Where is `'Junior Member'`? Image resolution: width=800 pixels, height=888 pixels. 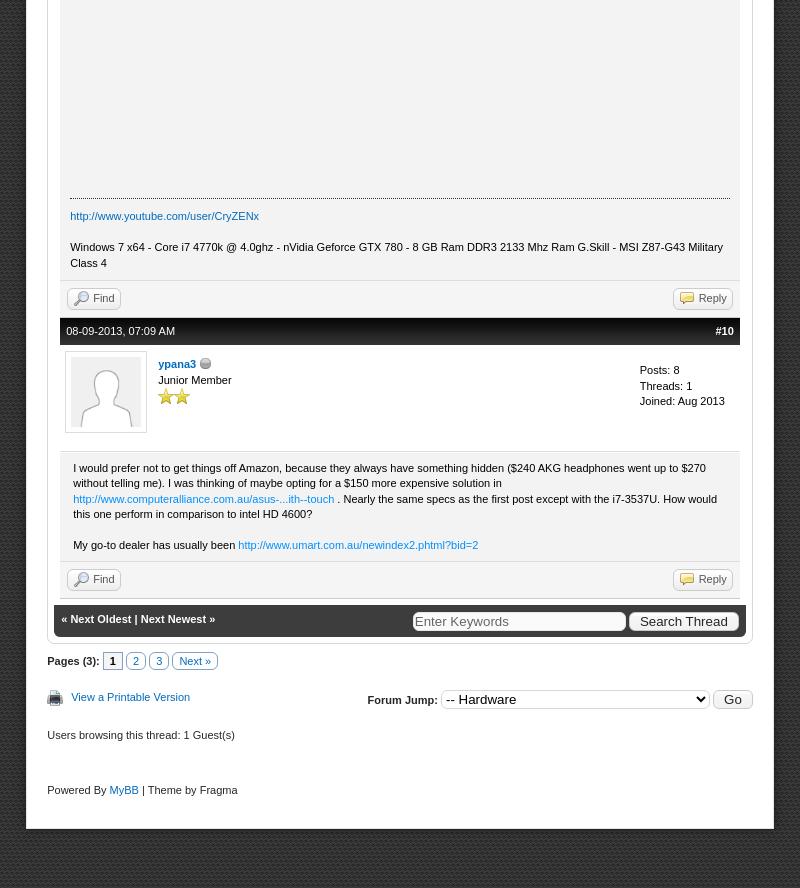 'Junior Member' is located at coordinates (193, 378).